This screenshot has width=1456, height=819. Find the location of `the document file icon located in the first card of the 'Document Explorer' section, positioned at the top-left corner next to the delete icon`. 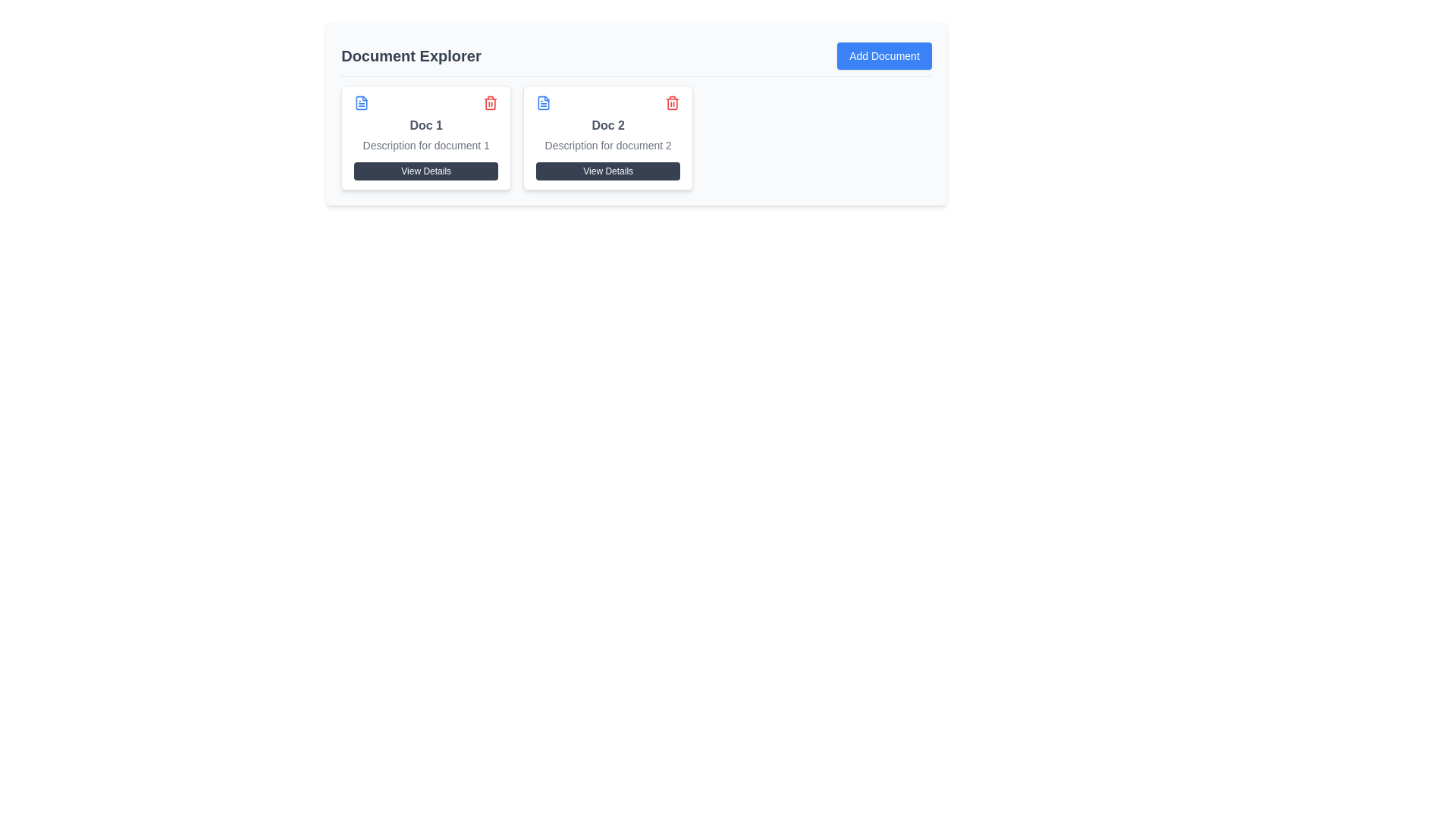

the document file icon located in the first card of the 'Document Explorer' section, positioned at the top-left corner next to the delete icon is located at coordinates (361, 102).